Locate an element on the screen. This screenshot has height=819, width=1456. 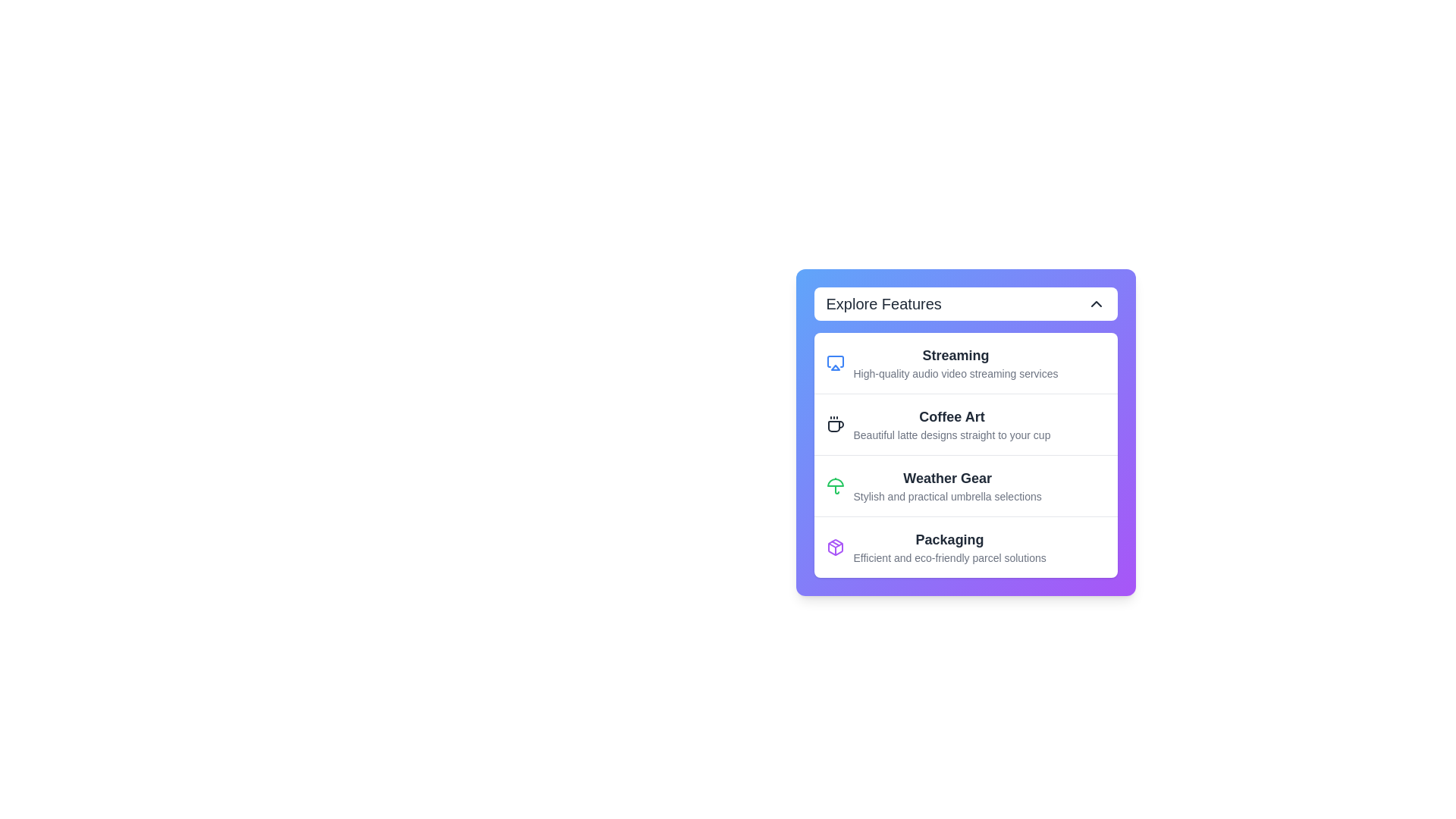
the 'Packaging' title in the vertical menu under 'Explore Features' is located at coordinates (949, 539).